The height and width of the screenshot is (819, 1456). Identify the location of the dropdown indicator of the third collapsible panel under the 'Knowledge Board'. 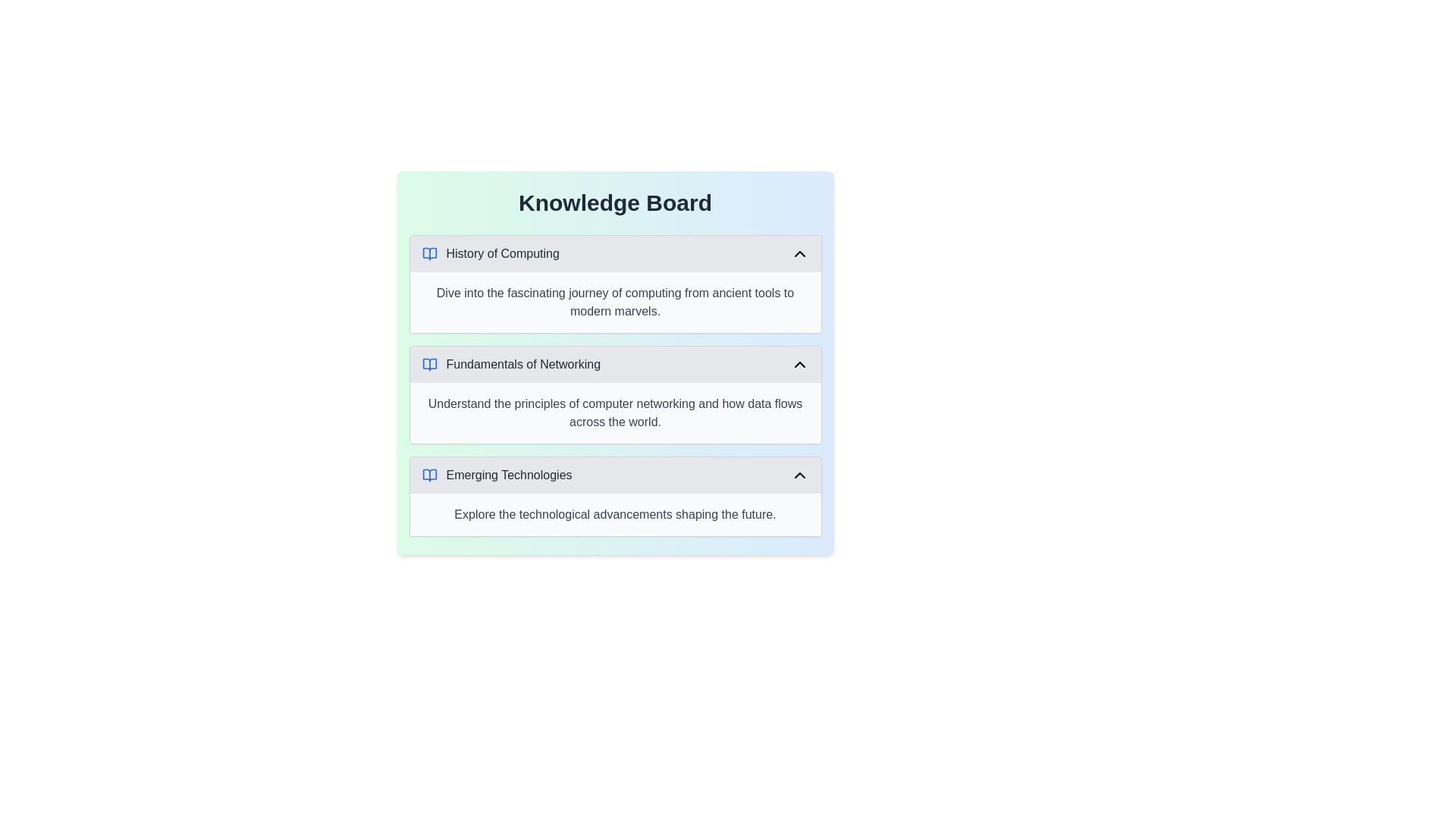
(615, 497).